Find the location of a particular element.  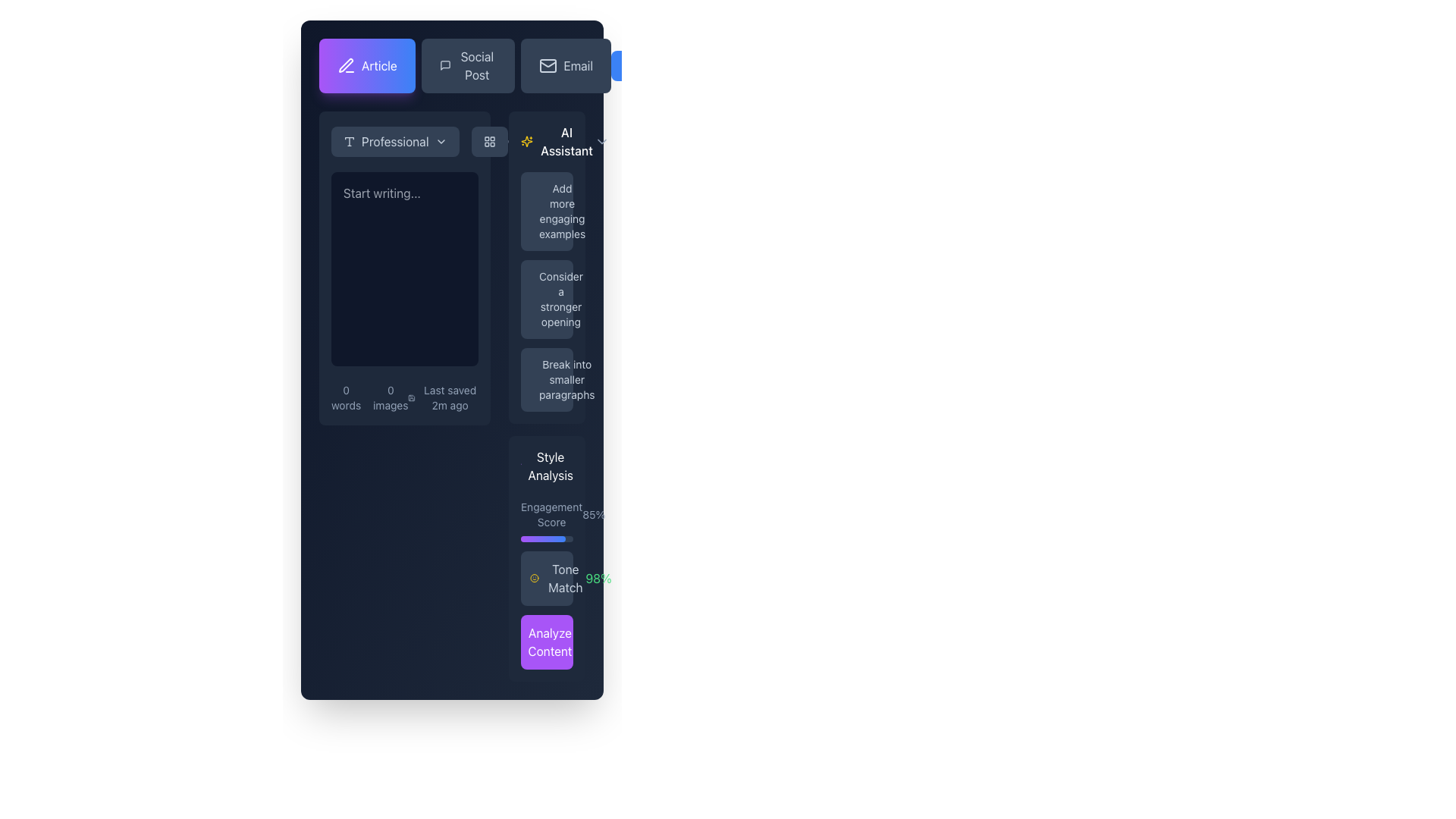

the pen icon located on the left side of the 'Article' button to initiate the action of starting a new article is located at coordinates (345, 65).